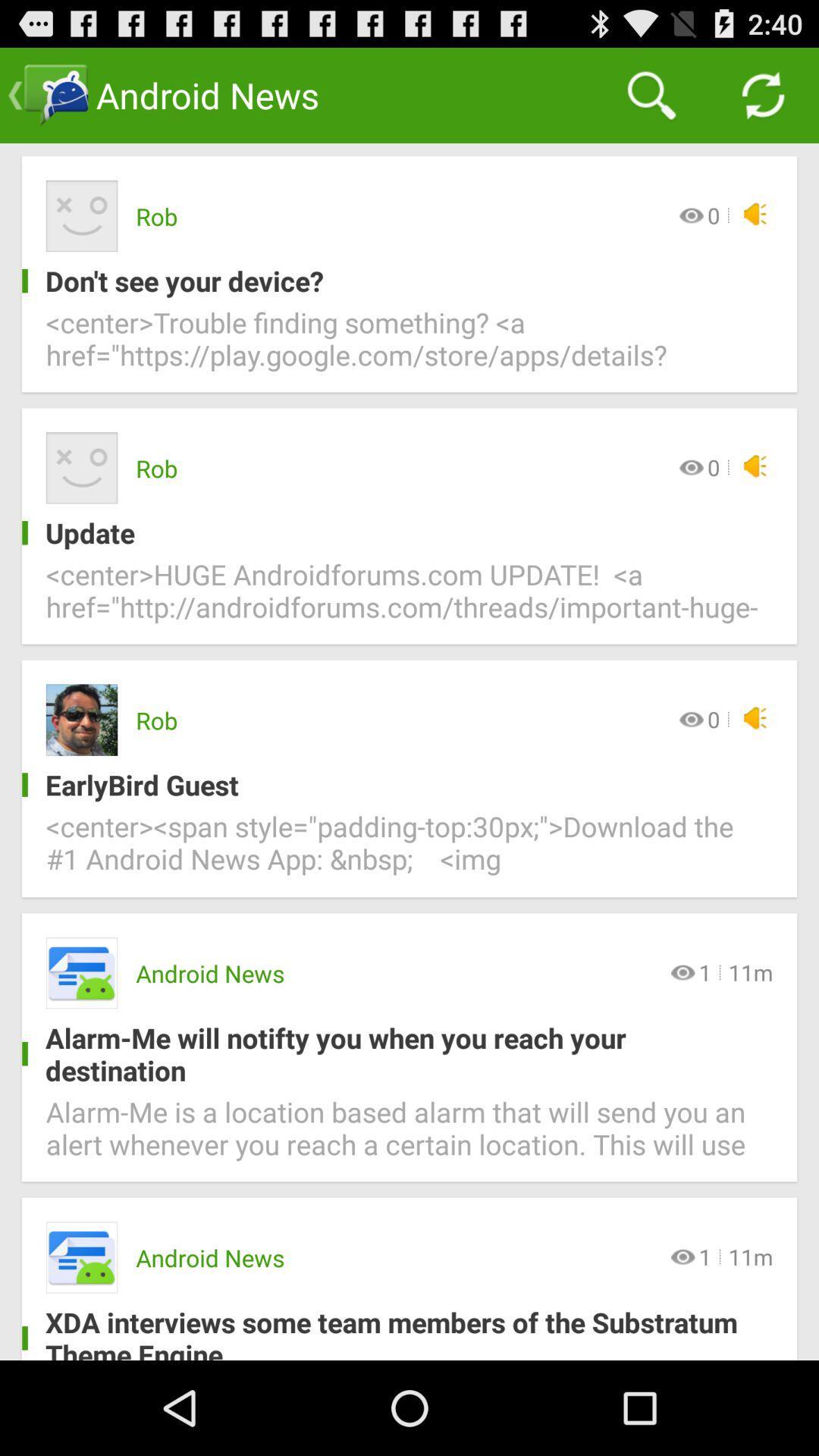  What do you see at coordinates (397, 785) in the screenshot?
I see `the earlybird guest` at bounding box center [397, 785].